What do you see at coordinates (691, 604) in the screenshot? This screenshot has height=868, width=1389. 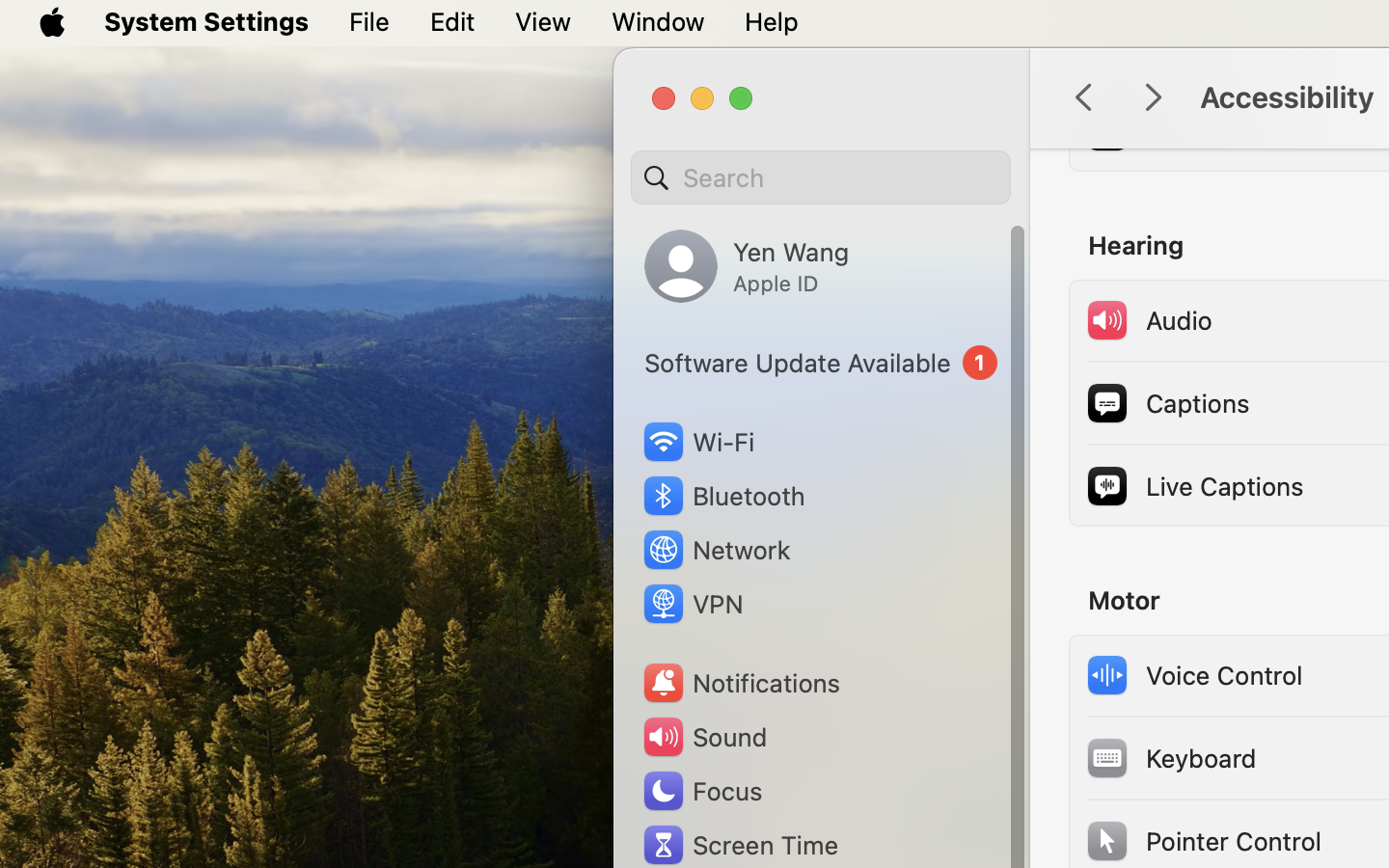 I see `'VPN'` at bounding box center [691, 604].